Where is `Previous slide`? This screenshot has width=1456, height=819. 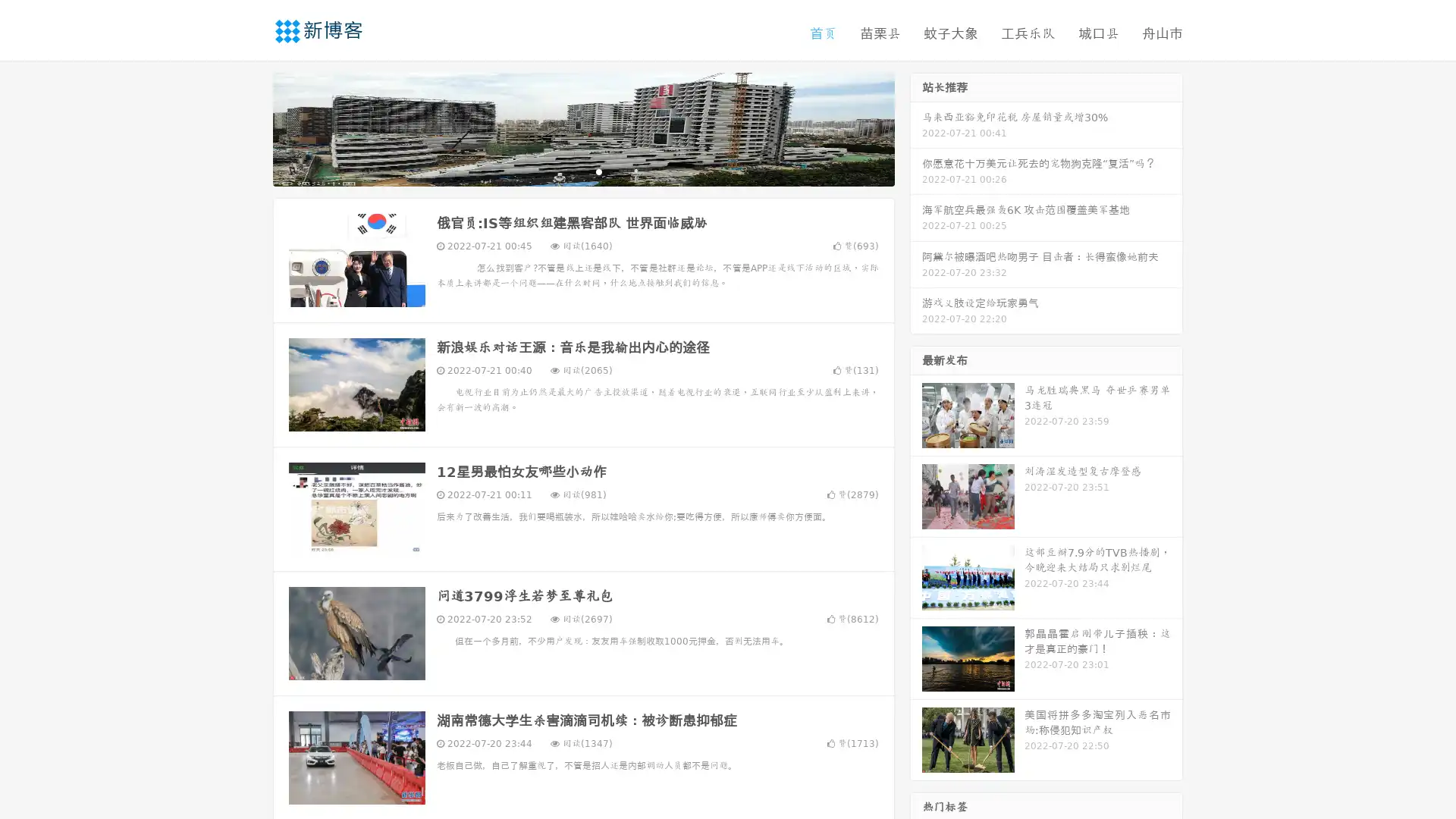
Previous slide is located at coordinates (250, 127).